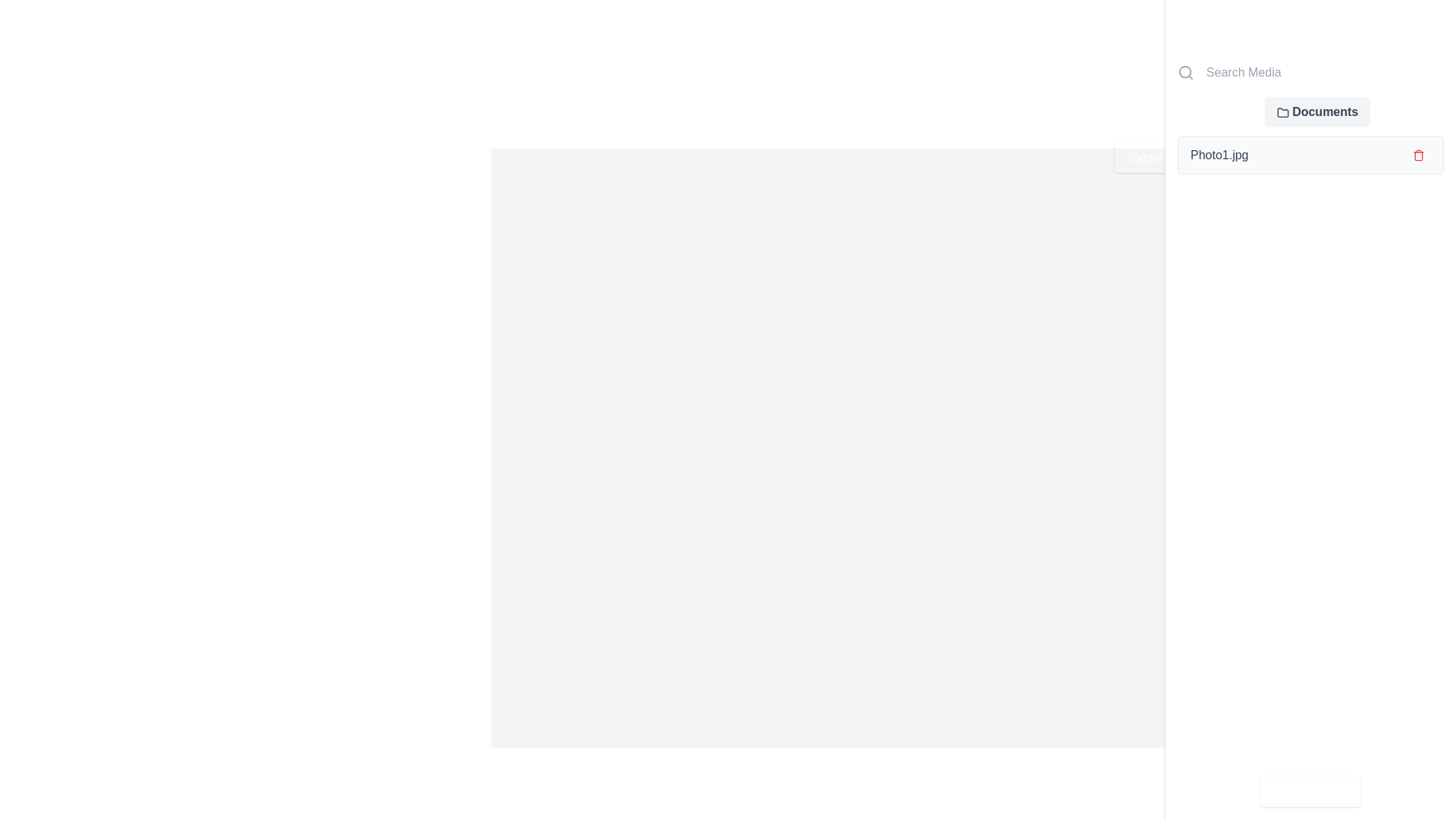 Image resolution: width=1456 pixels, height=819 pixels. Describe the element at coordinates (1185, 72) in the screenshot. I see `the small circle element of the magnifying glass icon, which is indicative of a search function` at that location.